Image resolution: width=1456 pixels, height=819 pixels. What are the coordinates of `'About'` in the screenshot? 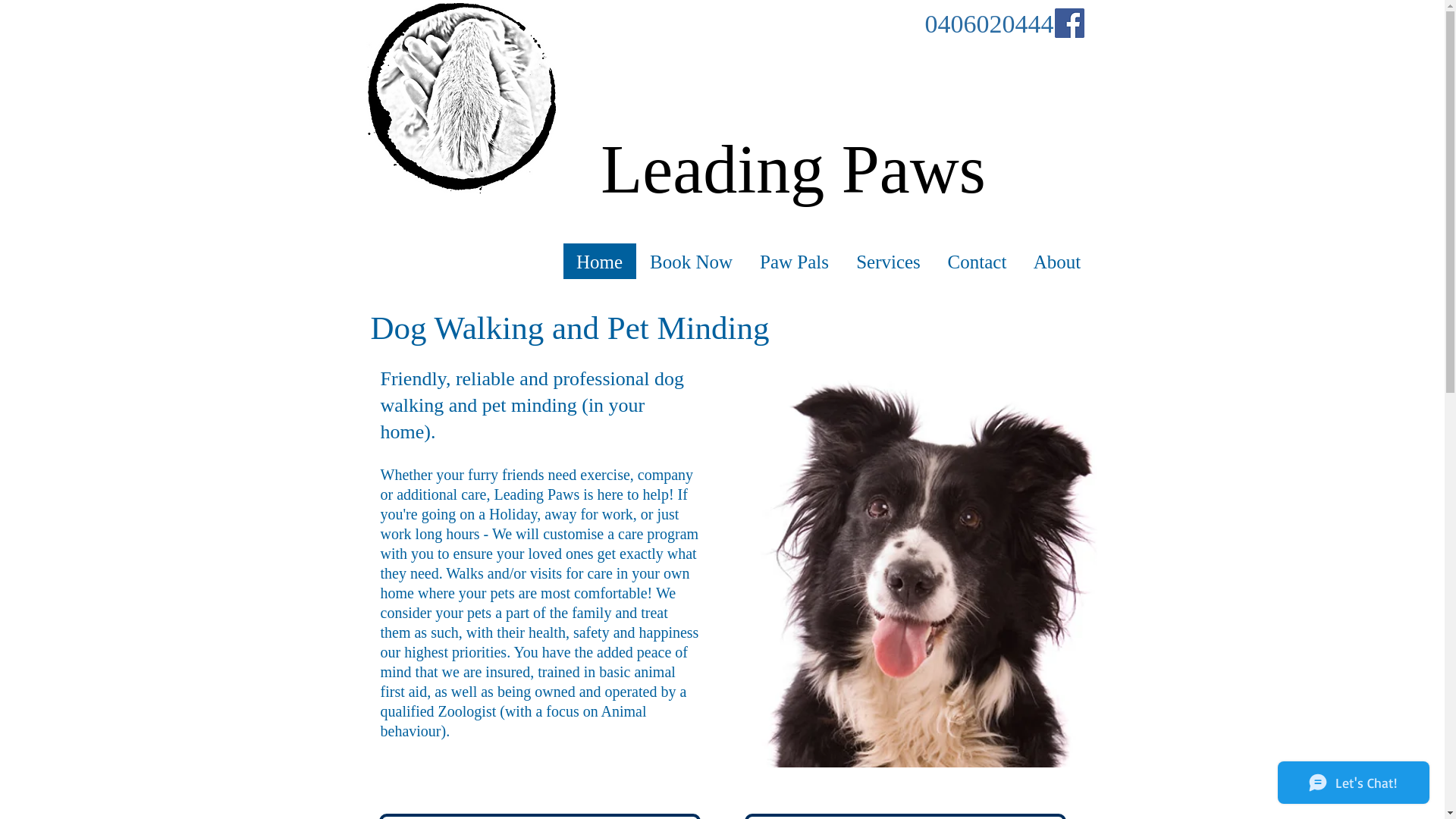 It's located at (1055, 261).